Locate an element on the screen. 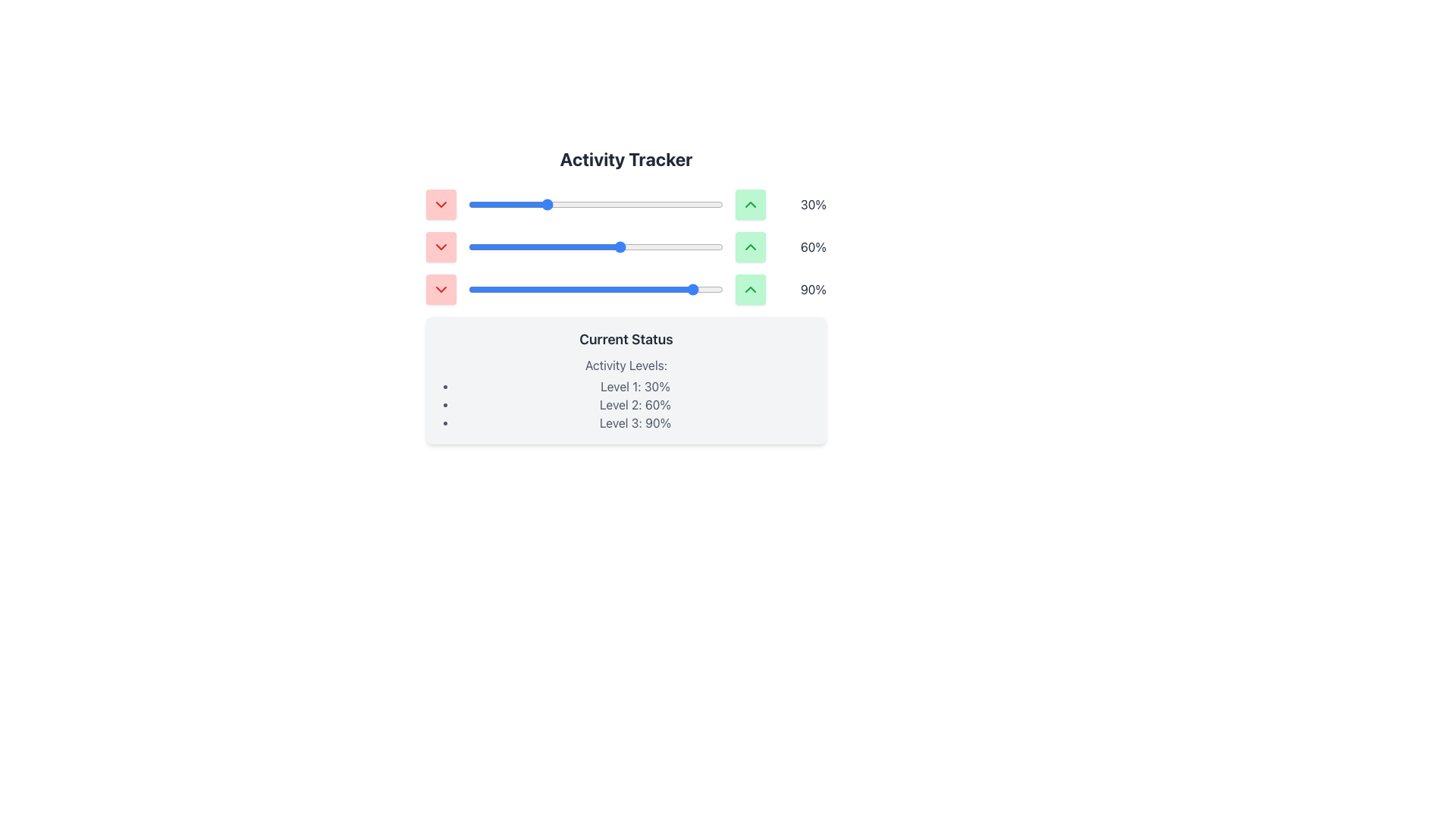 This screenshot has height=819, width=1456. the green button with rounded corners and a central upward-pointing chevron icon to increment the associated value is located at coordinates (750, 289).